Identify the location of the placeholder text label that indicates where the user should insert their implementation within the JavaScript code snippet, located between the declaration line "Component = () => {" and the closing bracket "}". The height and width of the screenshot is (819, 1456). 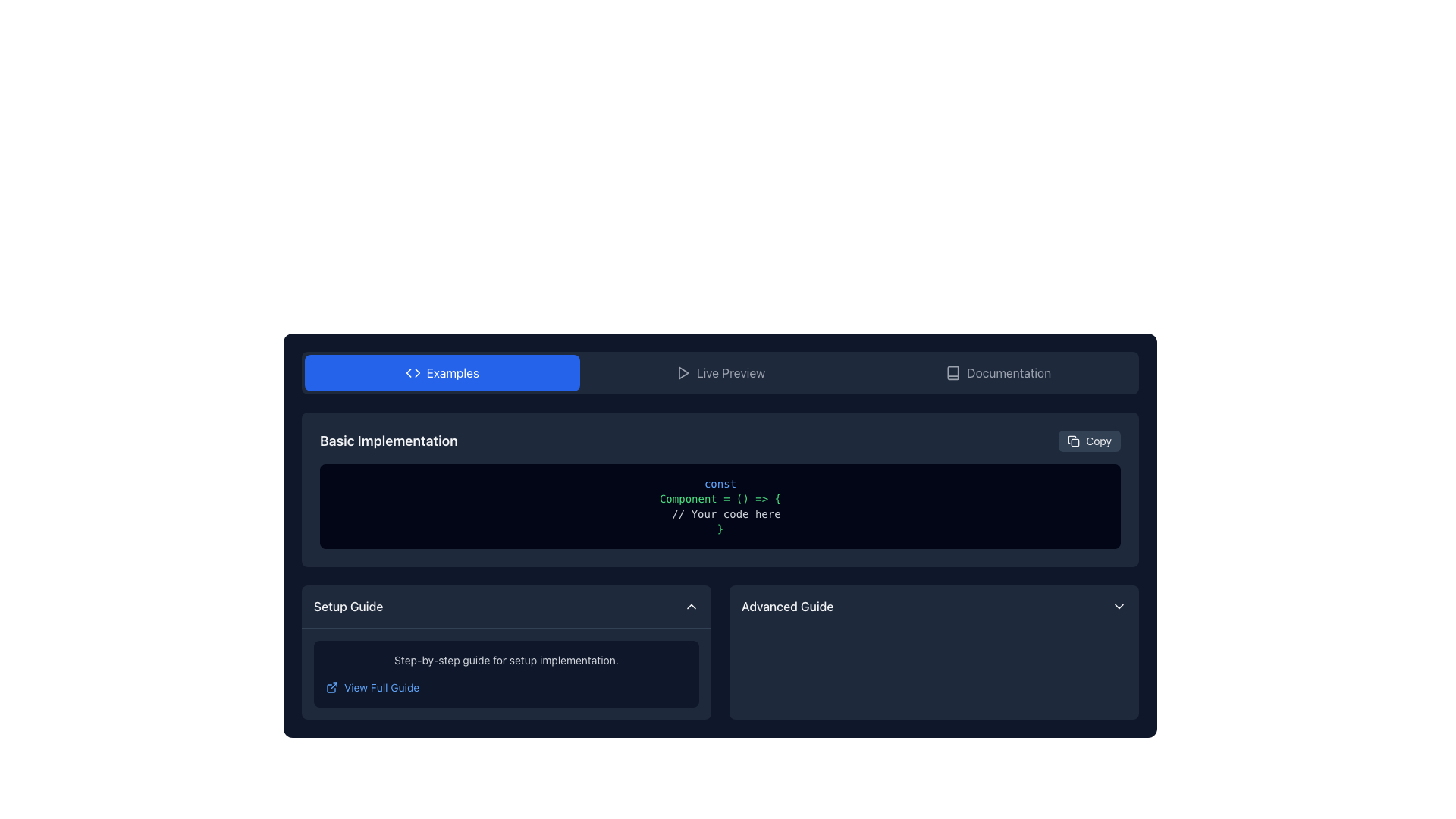
(720, 513).